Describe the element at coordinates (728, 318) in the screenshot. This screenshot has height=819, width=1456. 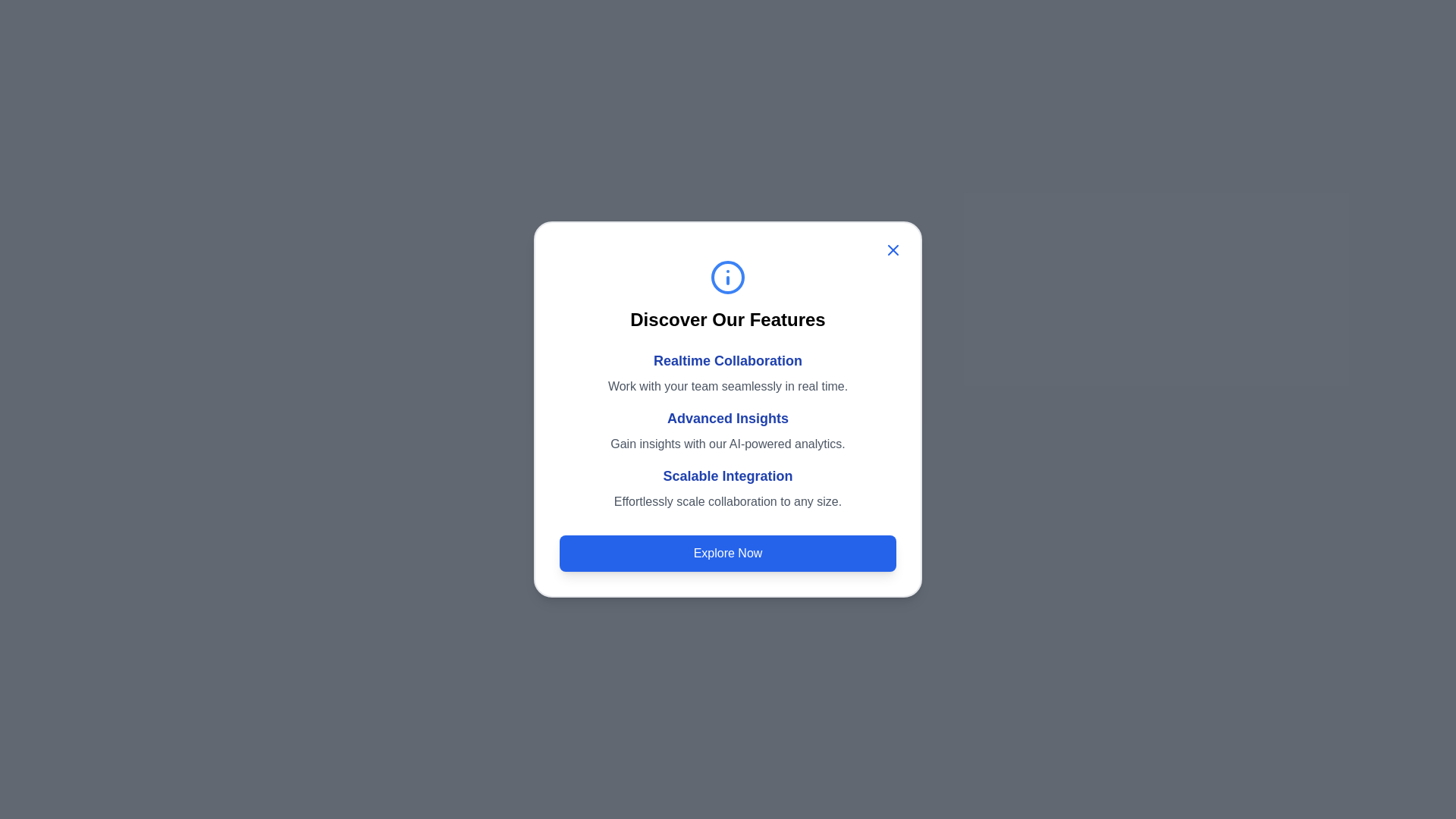
I see `prominent, bold, black text heading that says 'Discover Our Features', which is centrally located below an information icon and above additional feature descriptions` at that location.